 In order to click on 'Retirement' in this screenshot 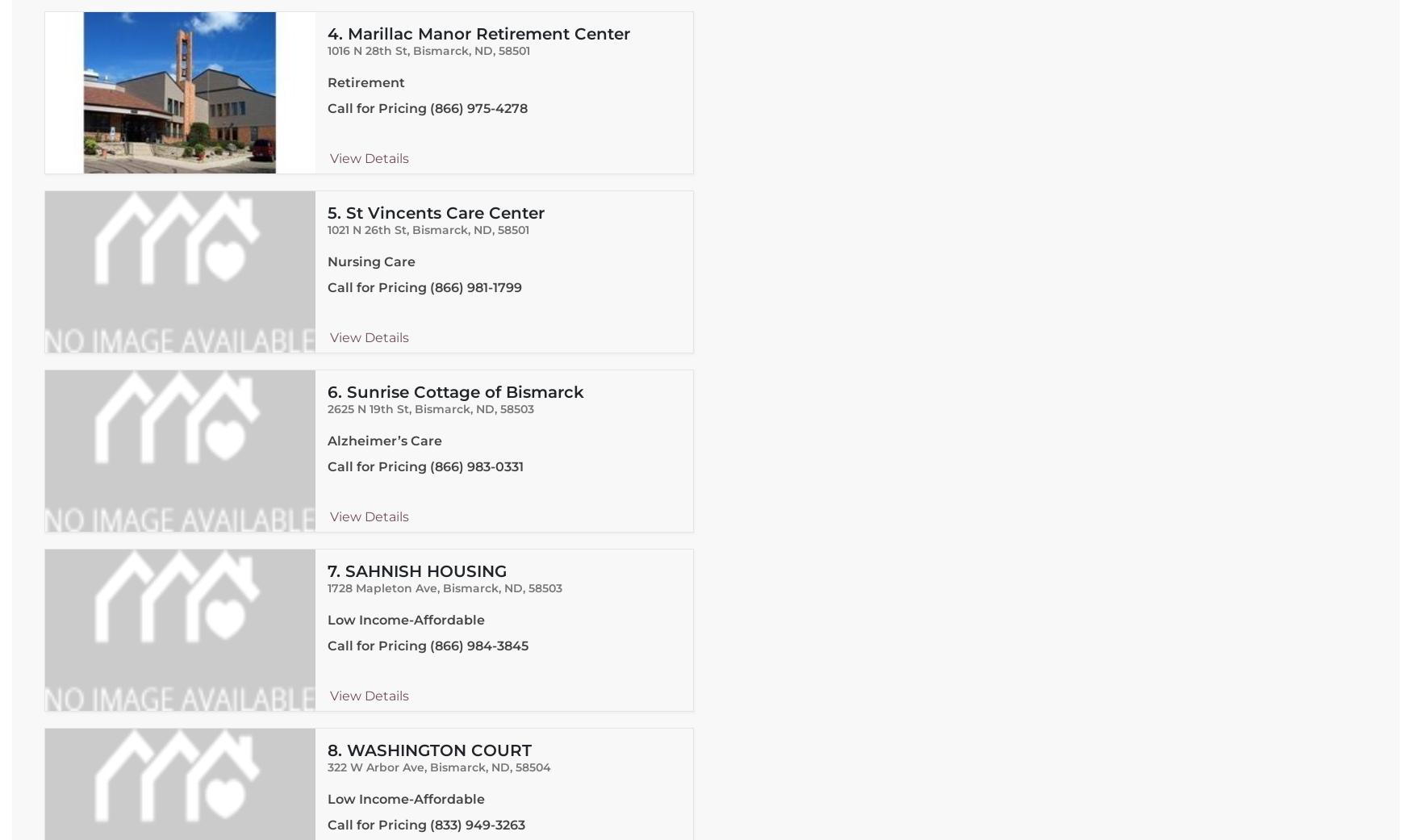, I will do `click(366, 81)`.